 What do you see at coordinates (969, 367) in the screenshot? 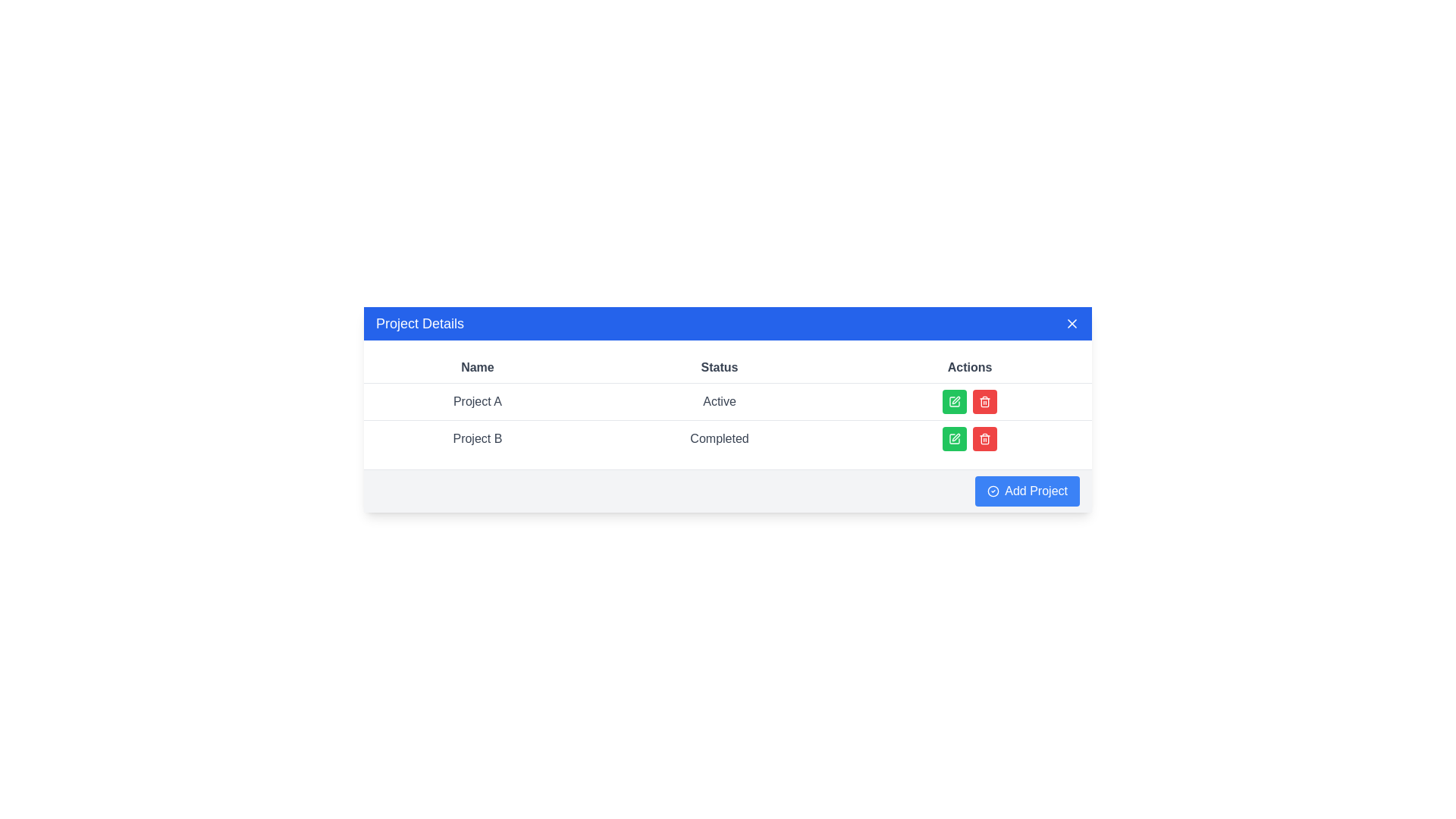
I see `the header label in the third column of the table, which categorizes the action buttons below it` at bounding box center [969, 367].